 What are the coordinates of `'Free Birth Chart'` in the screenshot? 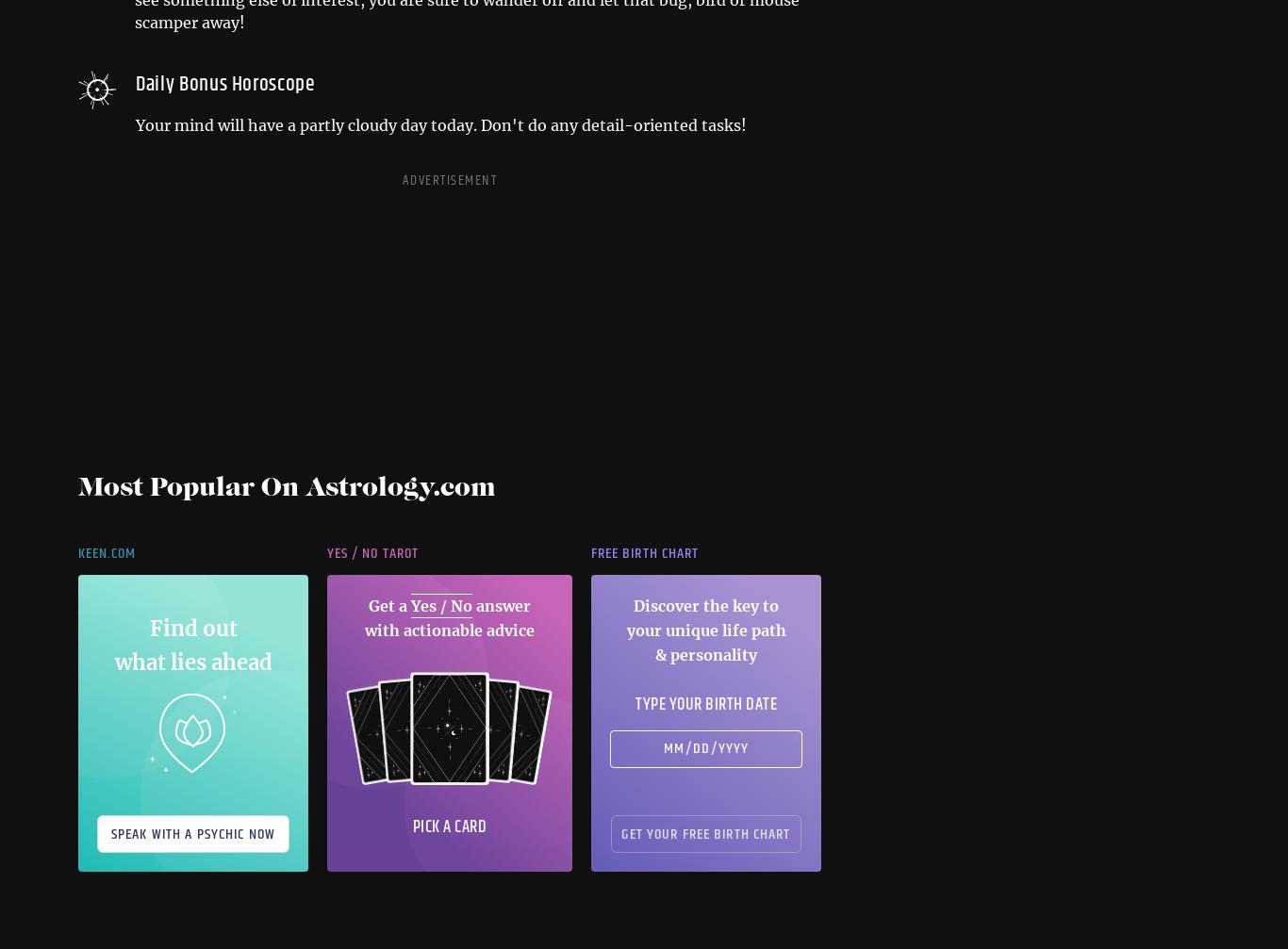 It's located at (644, 551).